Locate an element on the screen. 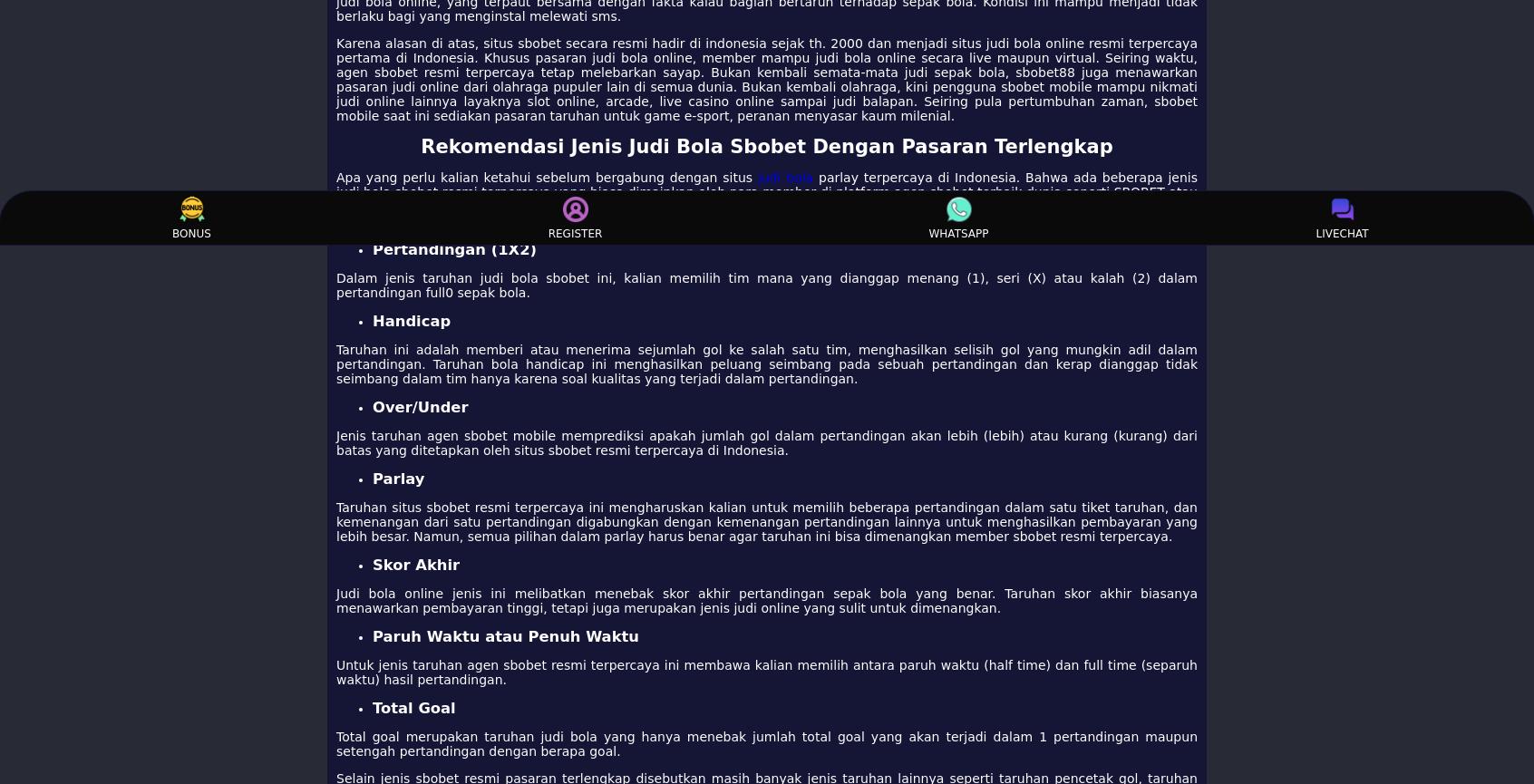  'Total goal merupakan taruhan judi bola yang hanya menebak jumlah total goal yang akan terjadi dalam 1 pertandingan maupun setengah pertandingan dengan berapa goal.' is located at coordinates (767, 742).